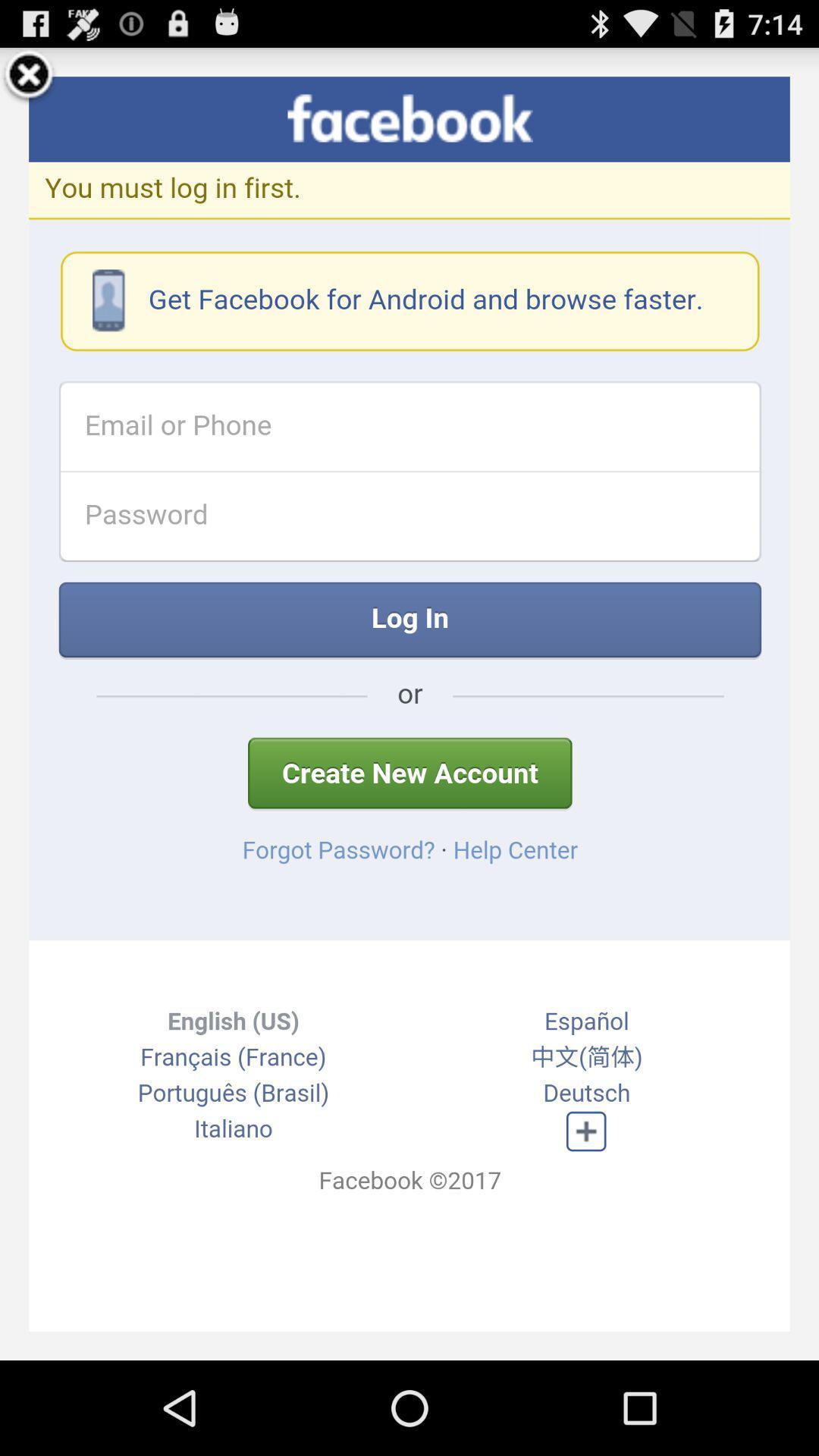  Describe the element at coordinates (29, 76) in the screenshot. I see `window` at that location.